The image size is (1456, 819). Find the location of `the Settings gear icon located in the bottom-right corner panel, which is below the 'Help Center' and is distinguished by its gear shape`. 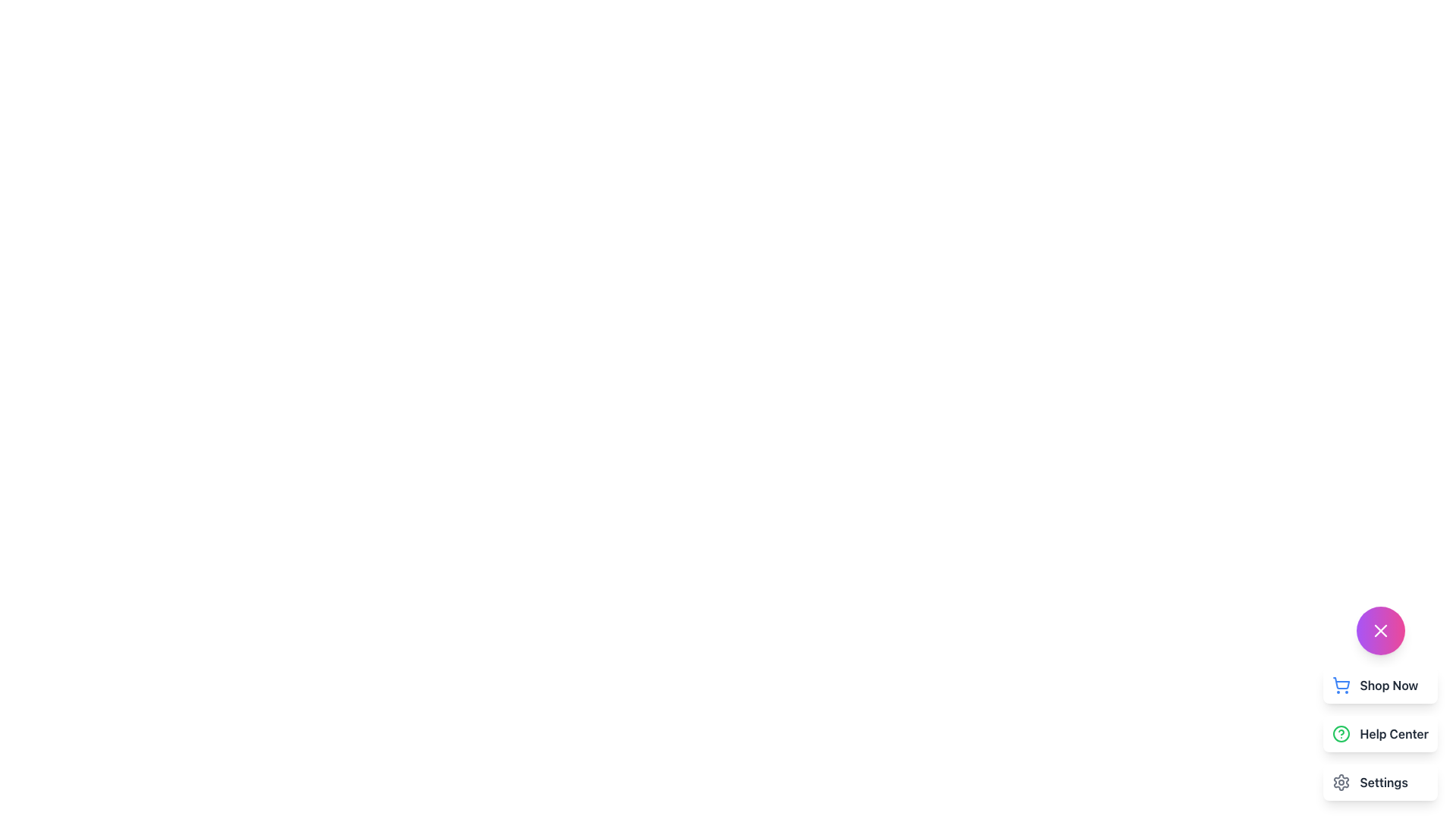

the Settings gear icon located in the bottom-right corner panel, which is below the 'Help Center' and is distinguished by its gear shape is located at coordinates (1341, 783).